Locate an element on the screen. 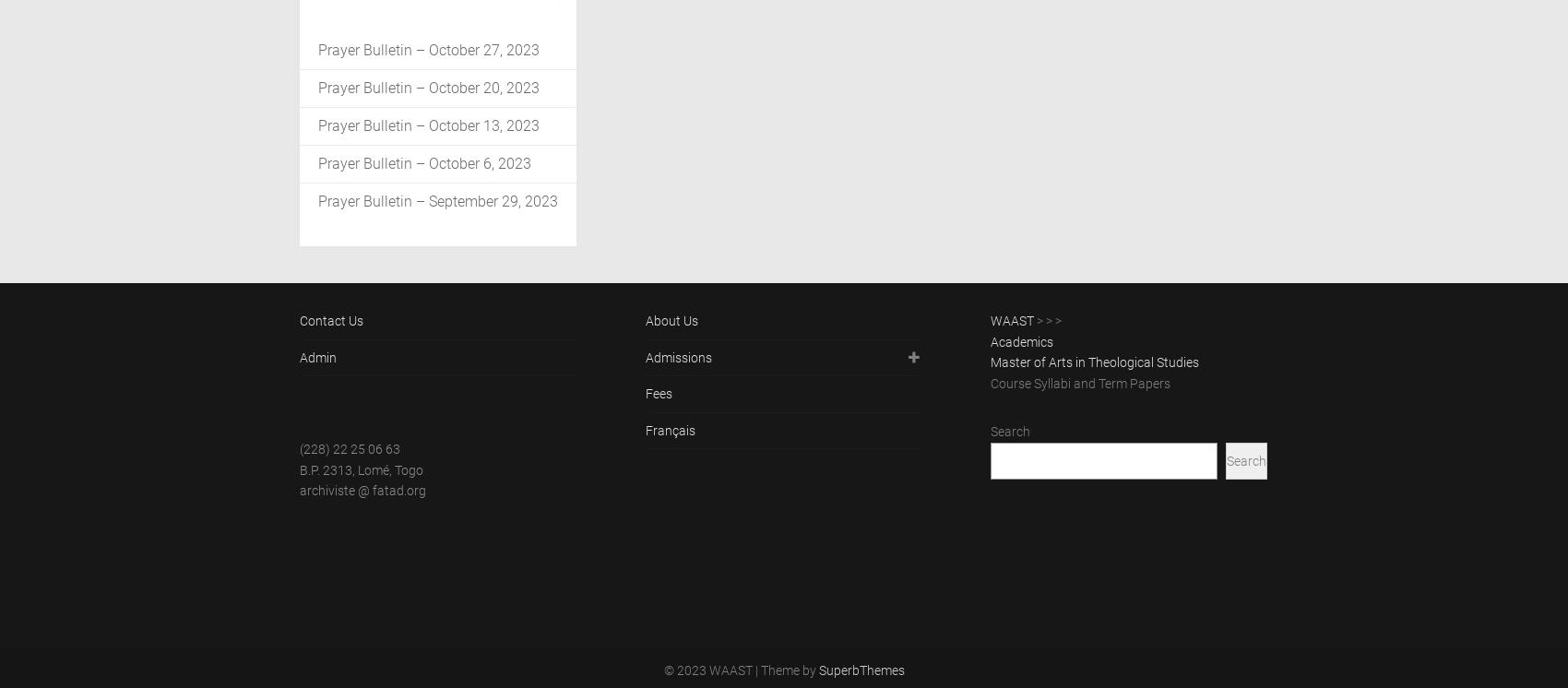  '(228) 22 25 06 63' is located at coordinates (299, 447).